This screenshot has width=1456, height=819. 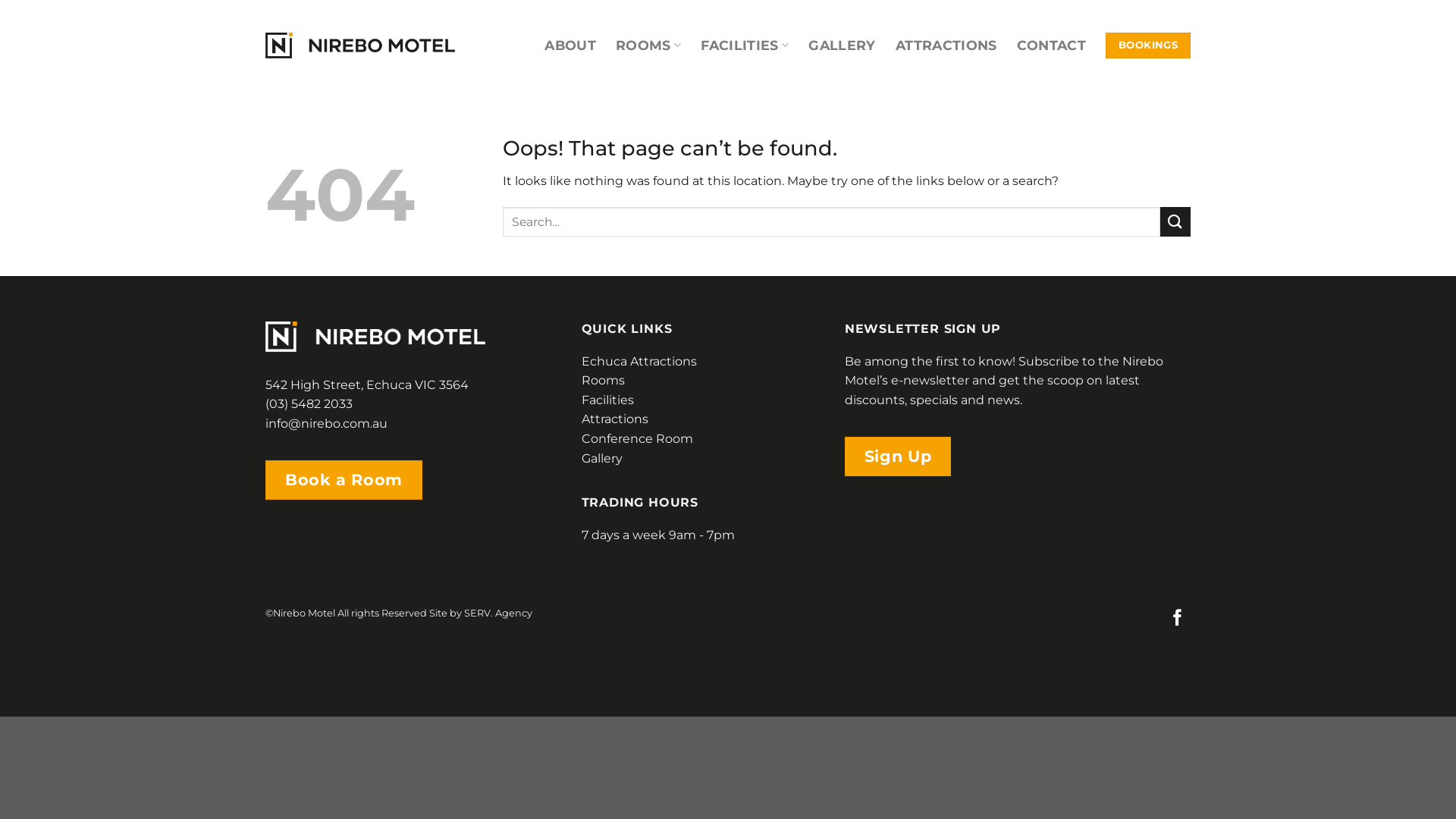 What do you see at coordinates (463, 612) in the screenshot?
I see `'SERV. Agency'` at bounding box center [463, 612].